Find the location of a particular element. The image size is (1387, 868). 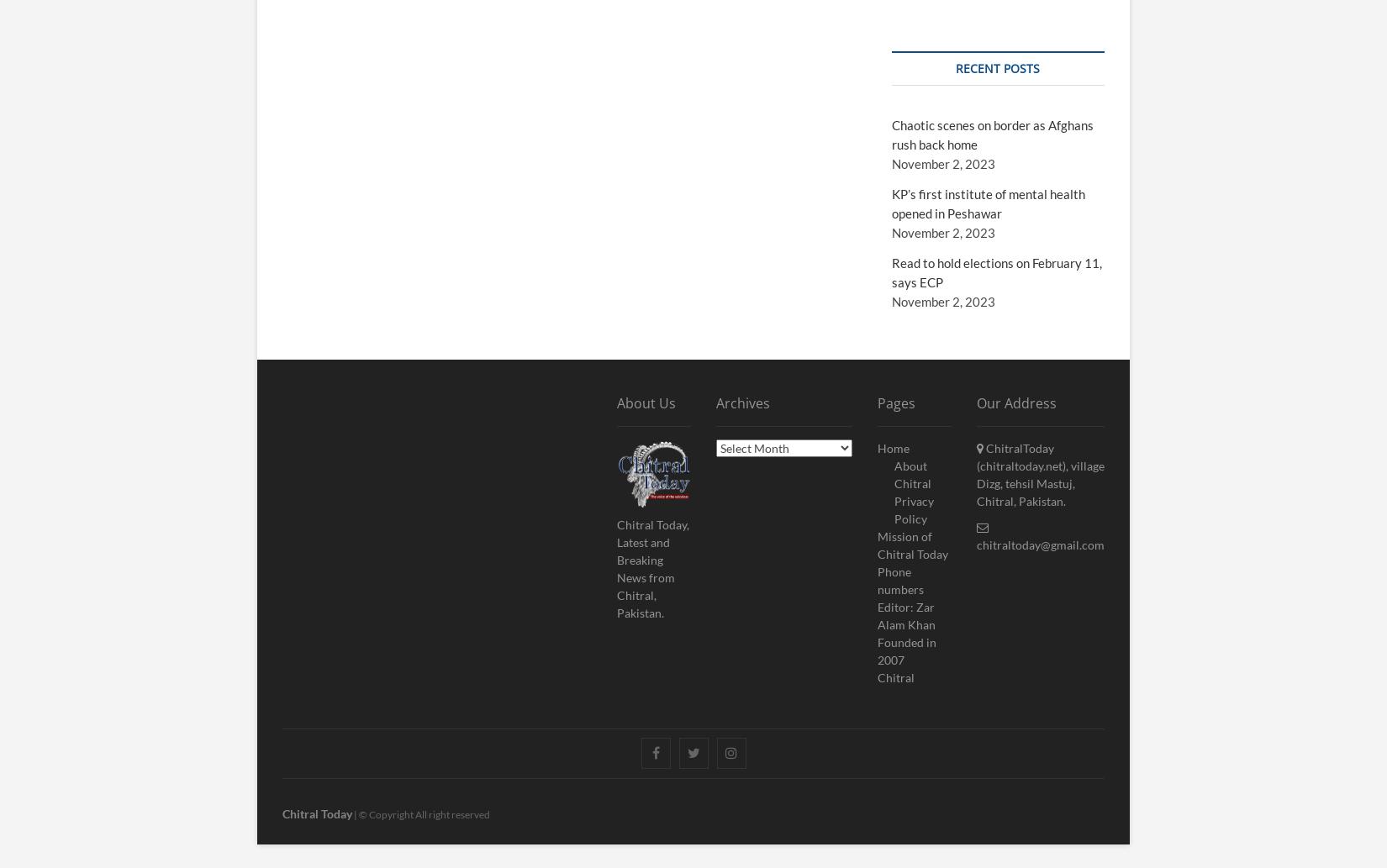

'Our Address' is located at coordinates (1016, 402).